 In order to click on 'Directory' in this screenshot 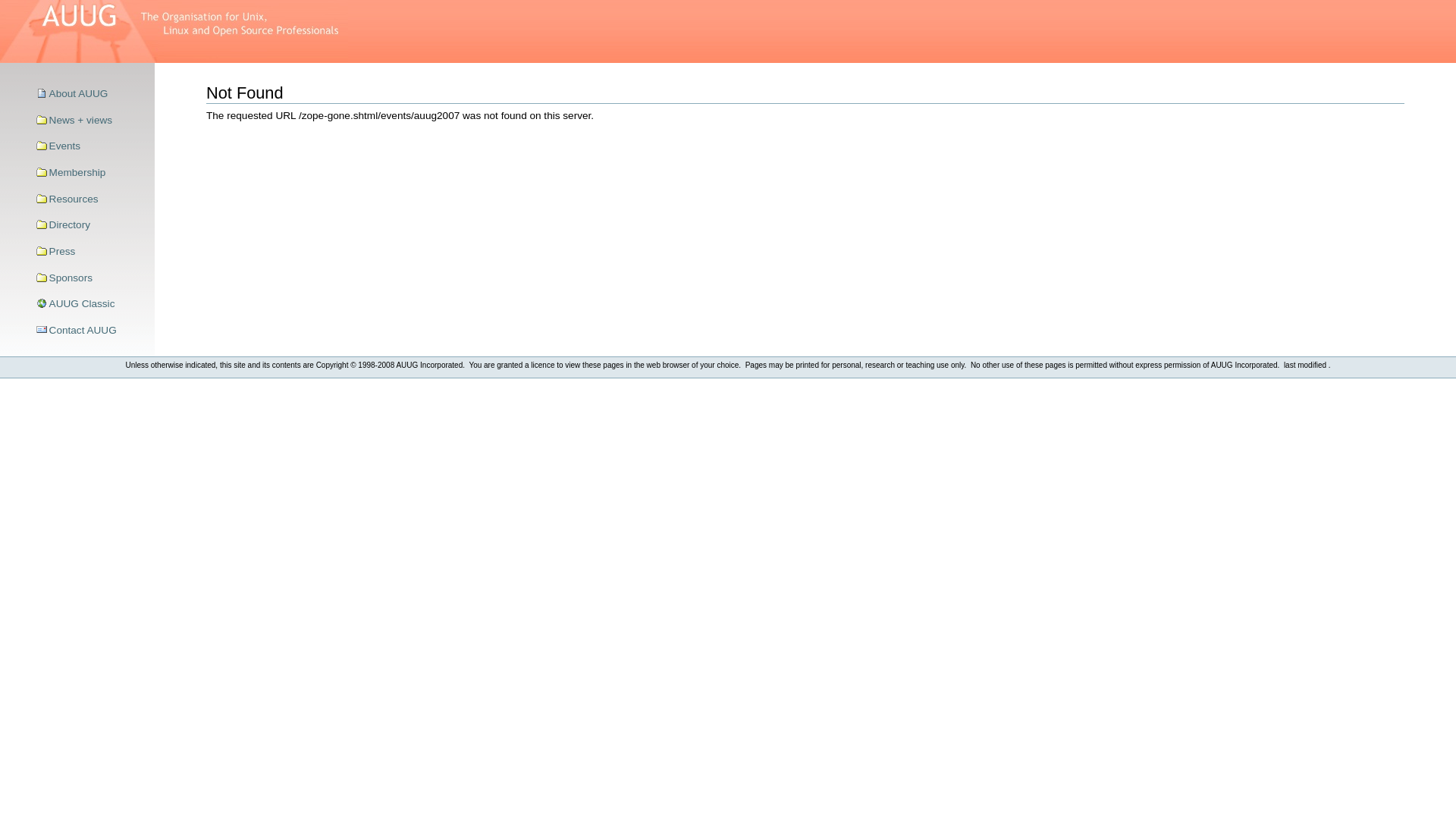, I will do `click(36, 225)`.